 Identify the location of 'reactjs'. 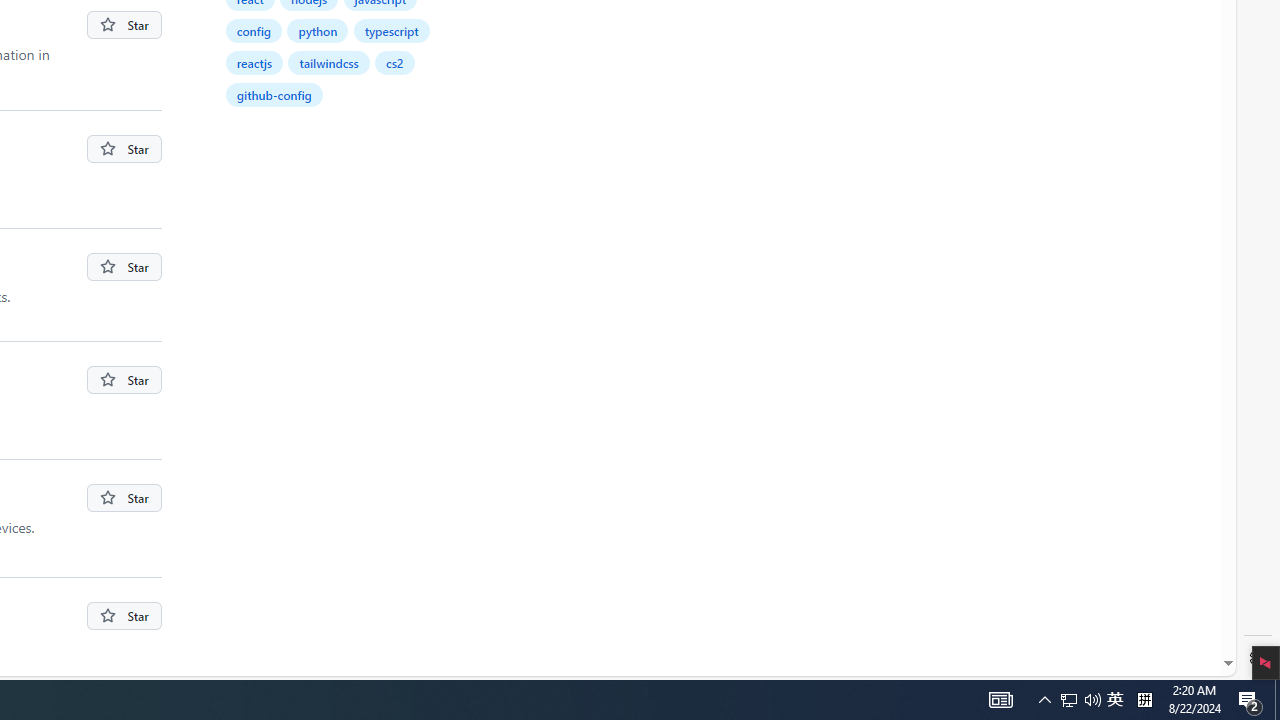
(254, 61).